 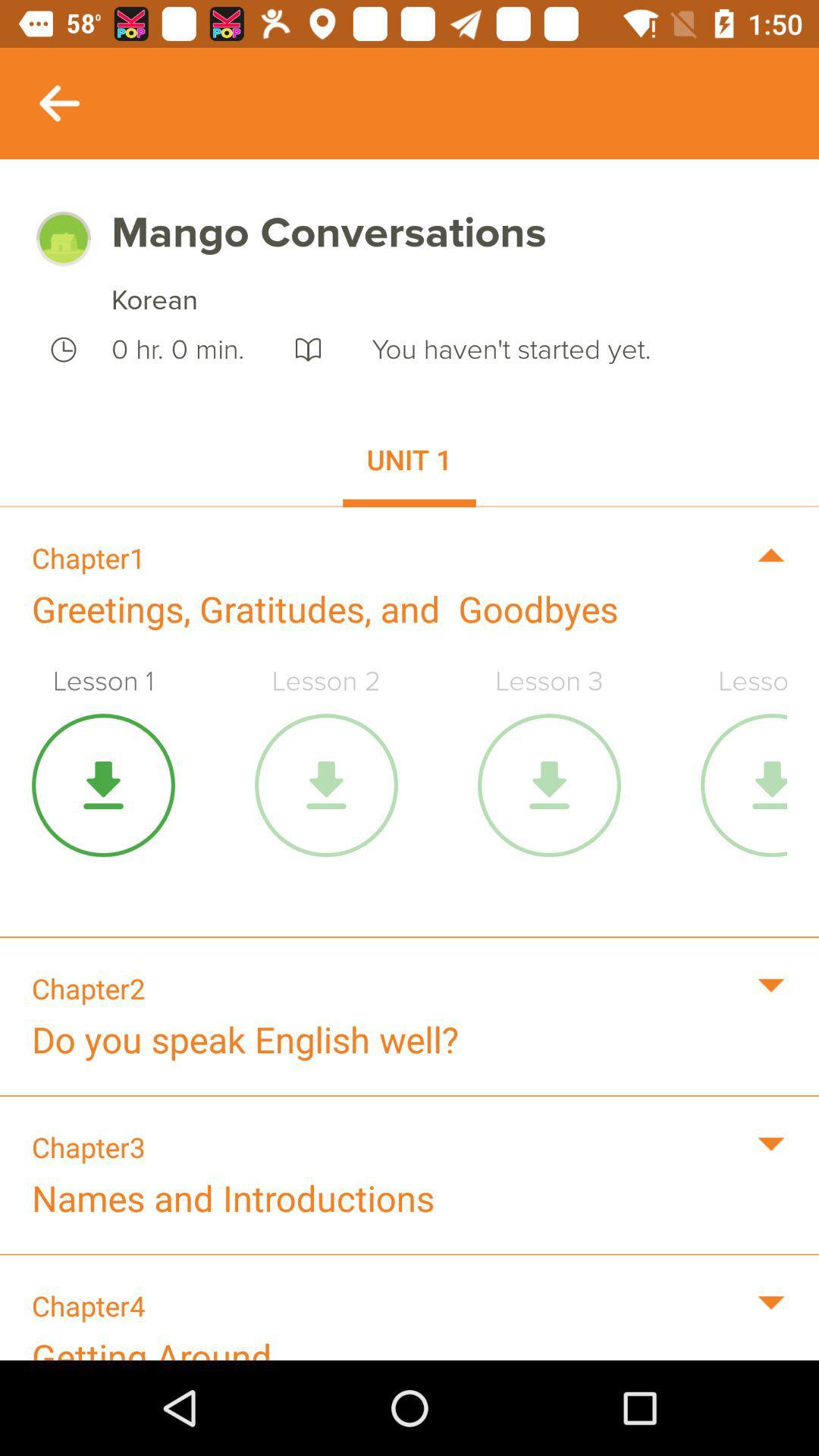 What do you see at coordinates (58, 102) in the screenshot?
I see `previous` at bounding box center [58, 102].